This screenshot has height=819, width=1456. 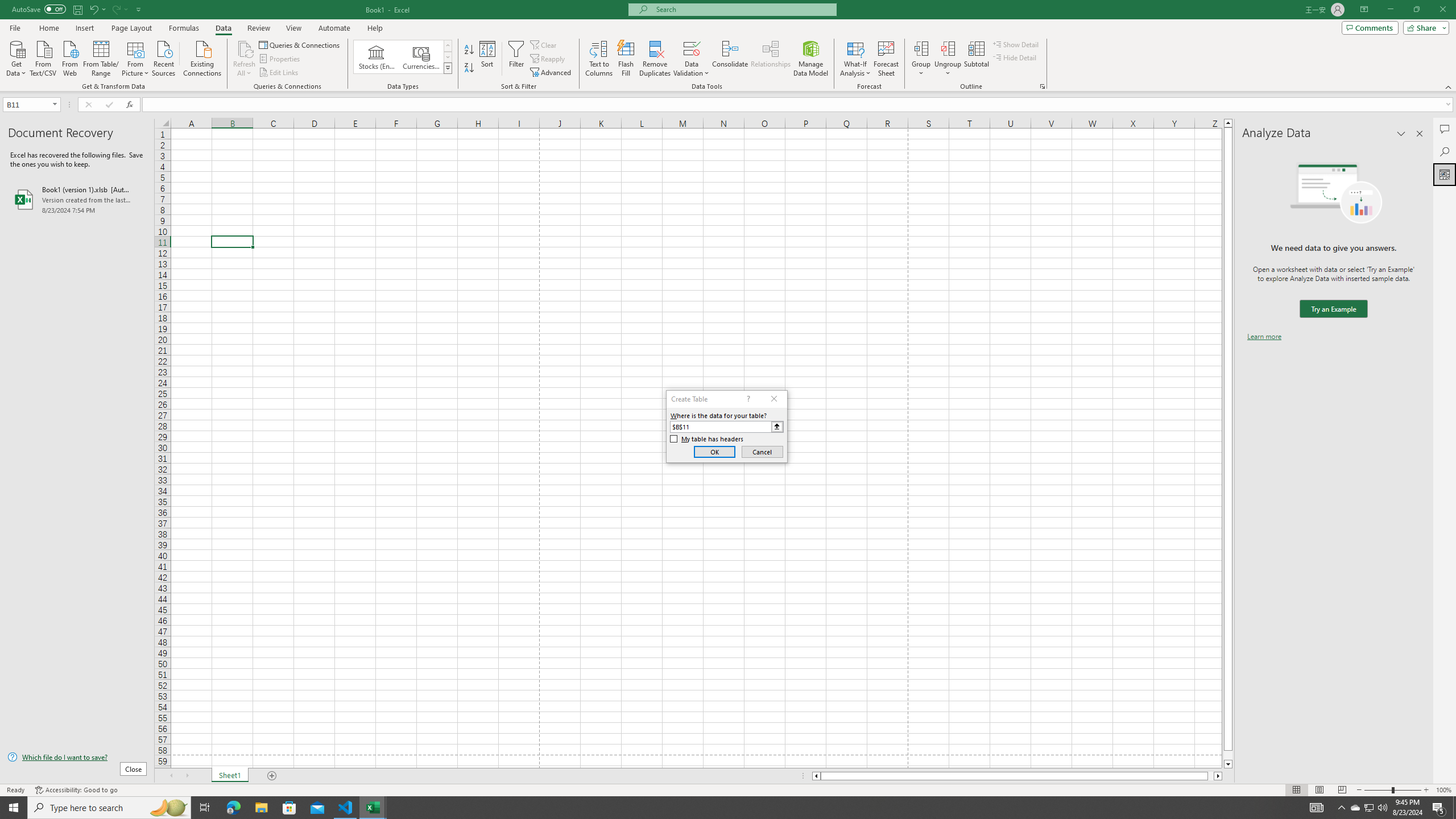 I want to click on 'From Web', so click(x=69, y=57).